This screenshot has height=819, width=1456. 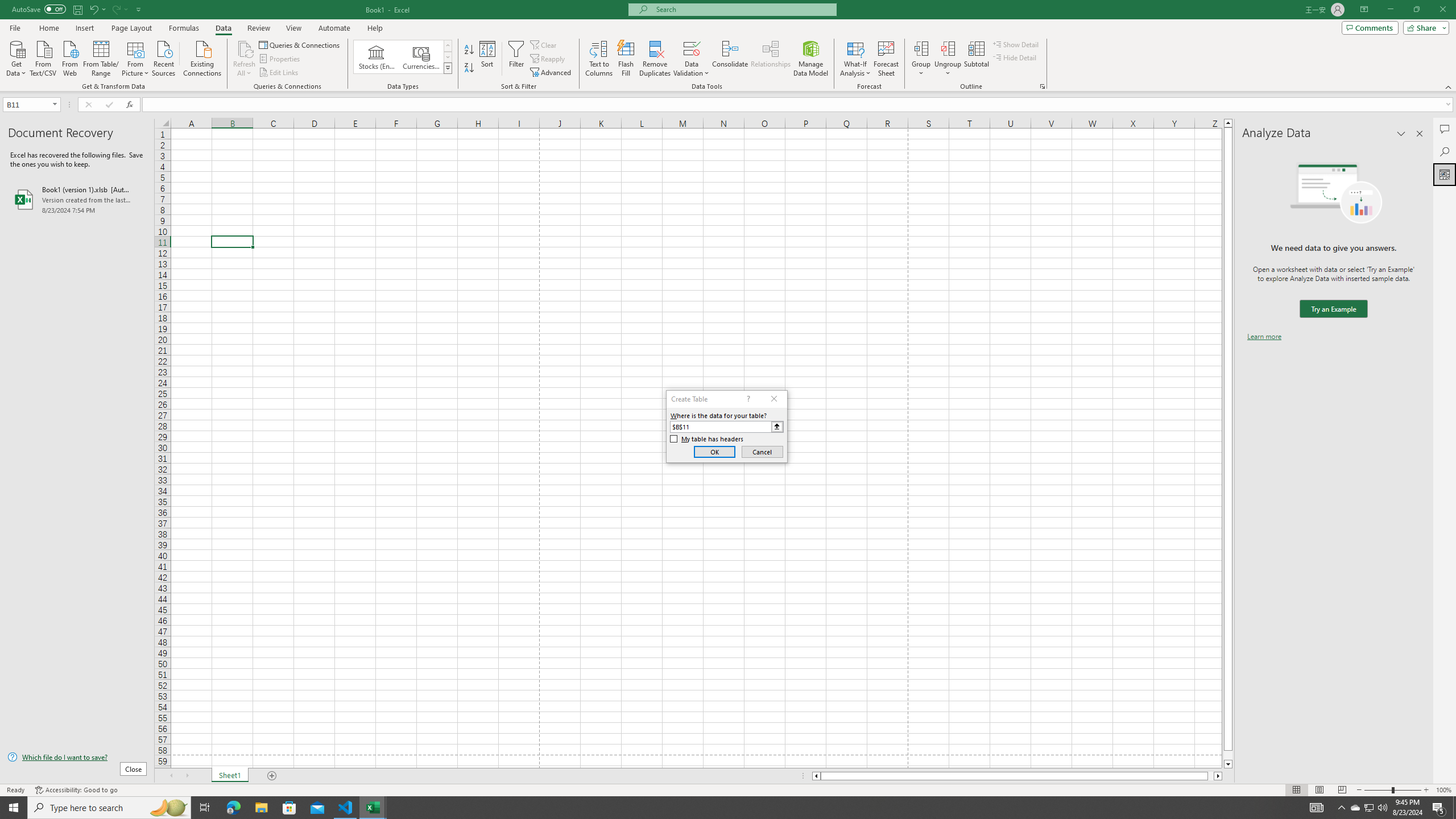 I want to click on 'From Web', so click(x=69, y=57).